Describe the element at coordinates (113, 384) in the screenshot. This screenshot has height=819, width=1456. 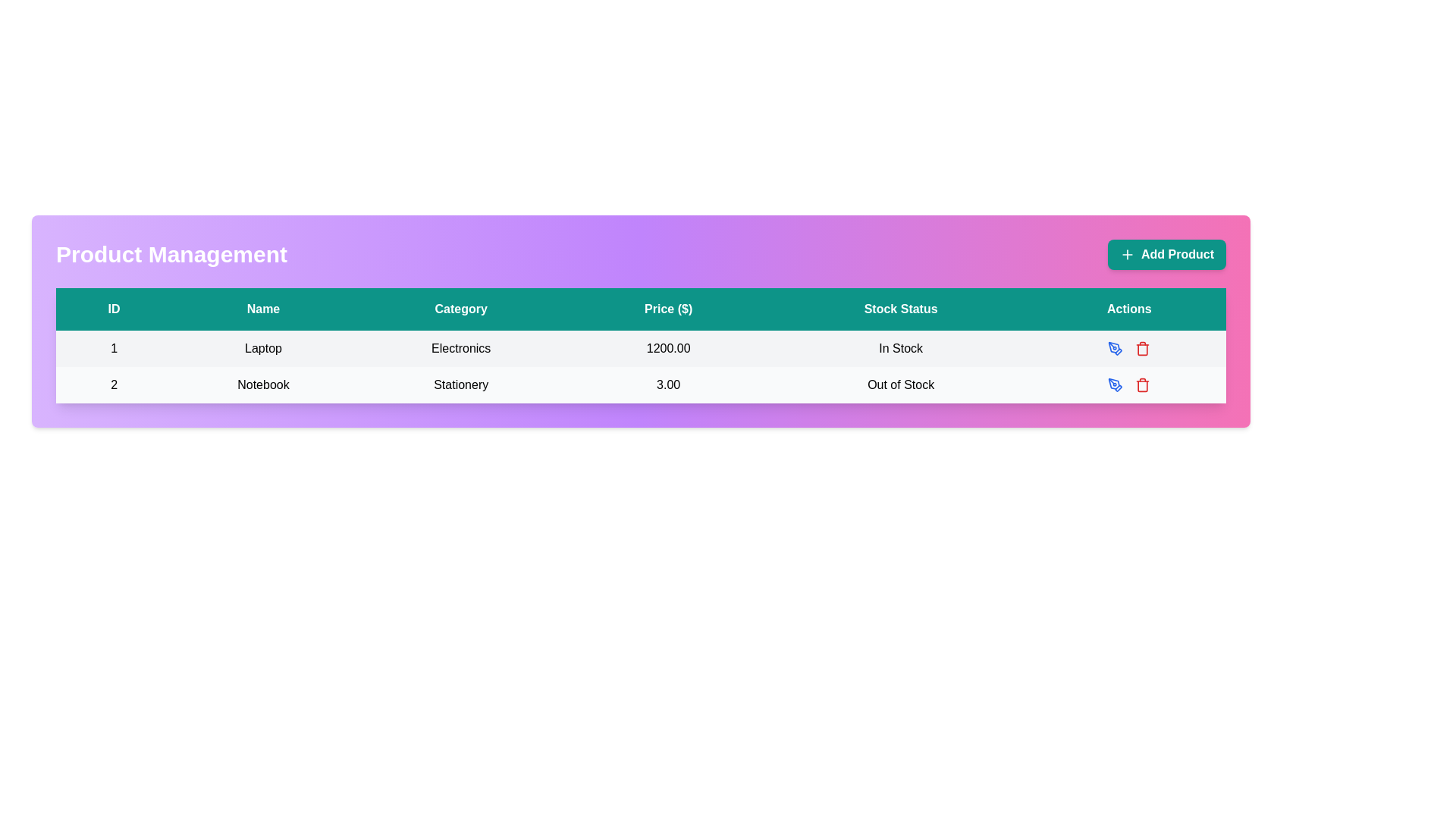
I see `the text element that serves as the unique ID for the product 'Notebook' located in the first column of the second row under the 'ID' header in the 'Product Management' table` at that location.